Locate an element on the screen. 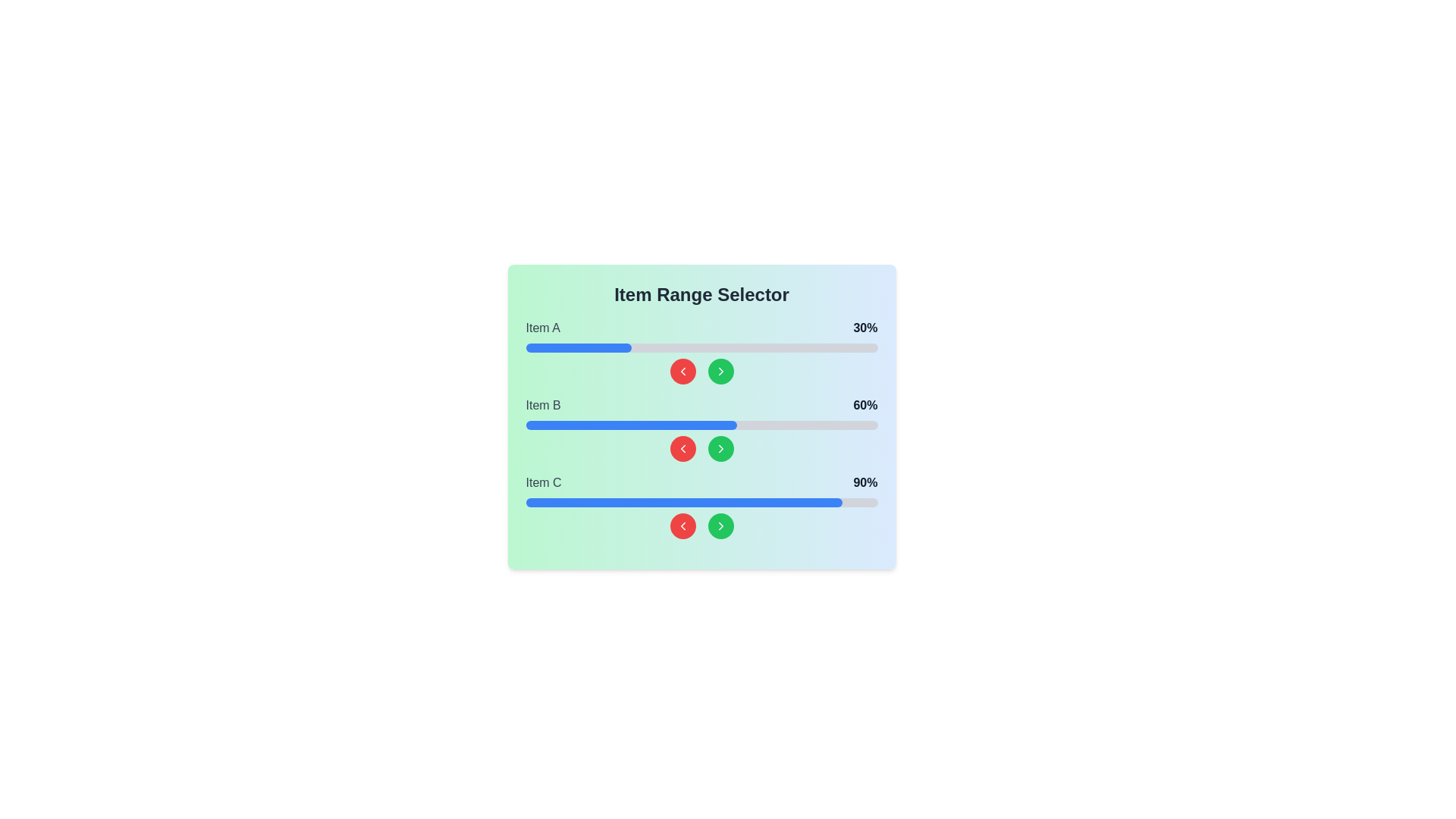  percentage values displayed in the 'Item Range Selector' component, which contains progress indicators for 'Item A', 'Item B', and 'Item C' is located at coordinates (701, 417).